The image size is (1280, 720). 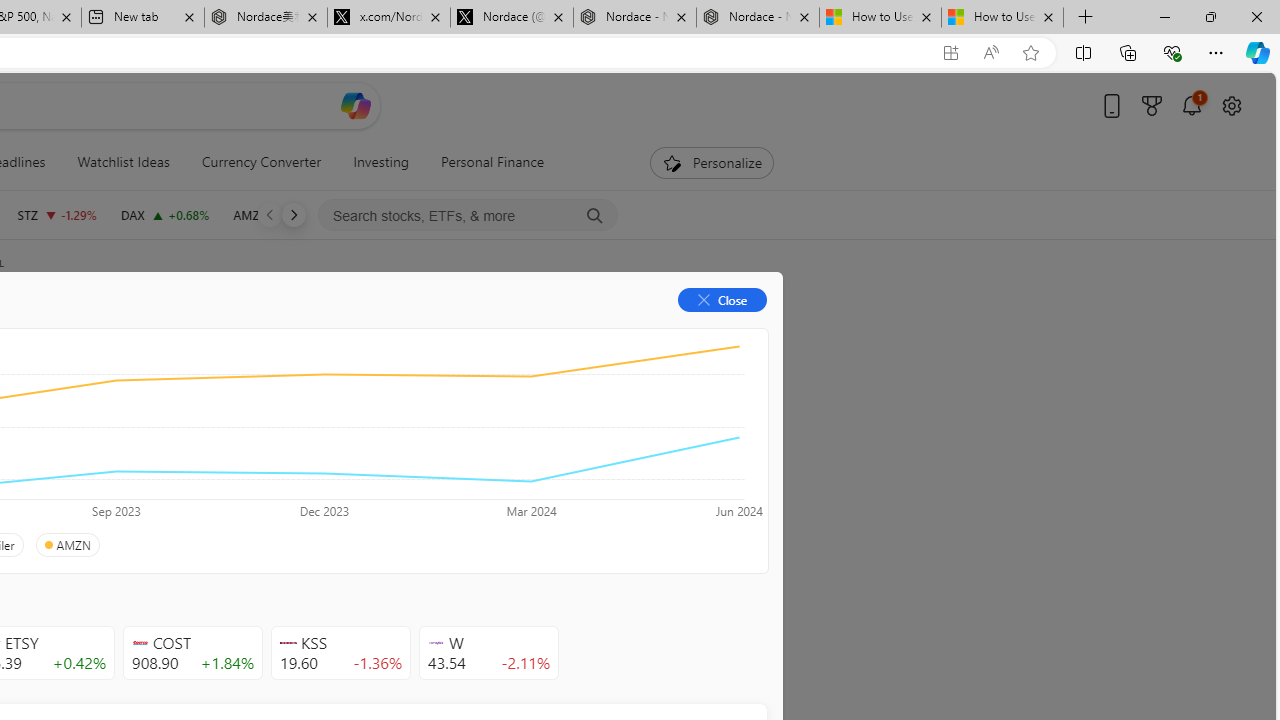 I want to click on 'Next', so click(x=292, y=214).